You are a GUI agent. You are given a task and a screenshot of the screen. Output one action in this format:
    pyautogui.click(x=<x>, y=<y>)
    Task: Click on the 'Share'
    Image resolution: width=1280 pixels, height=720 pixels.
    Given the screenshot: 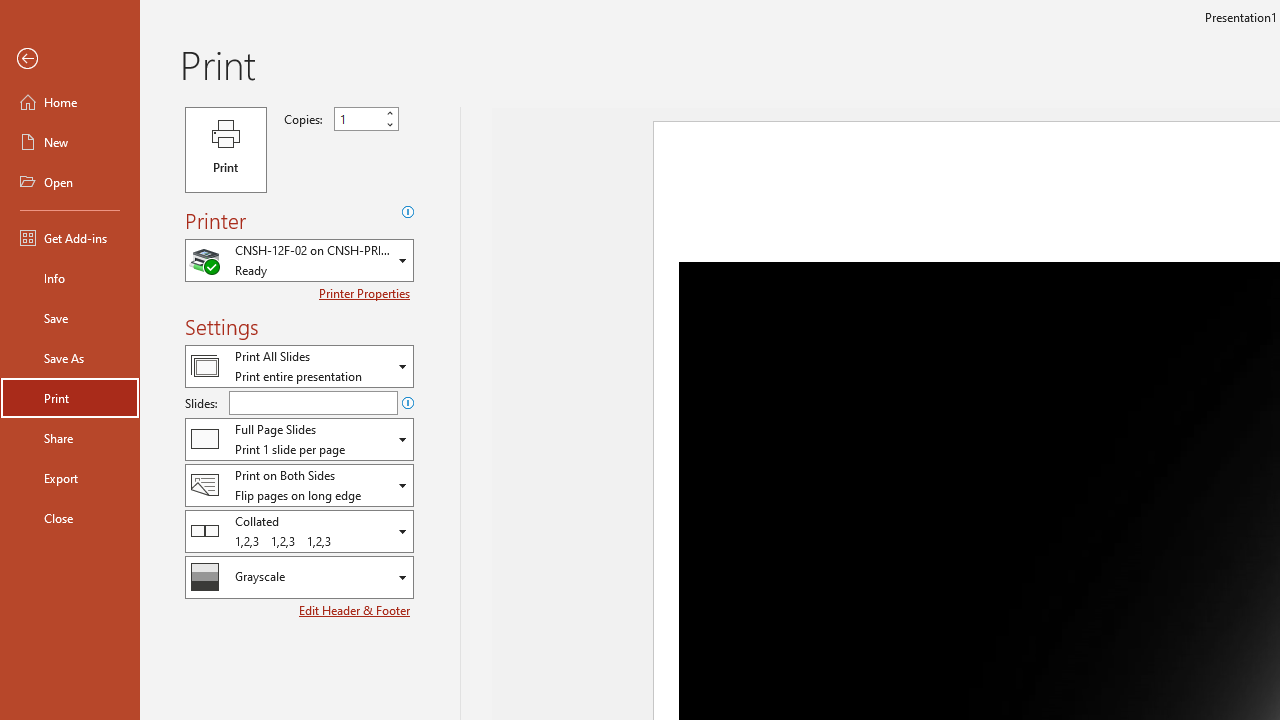 What is the action you would take?
    pyautogui.click(x=69, y=437)
    